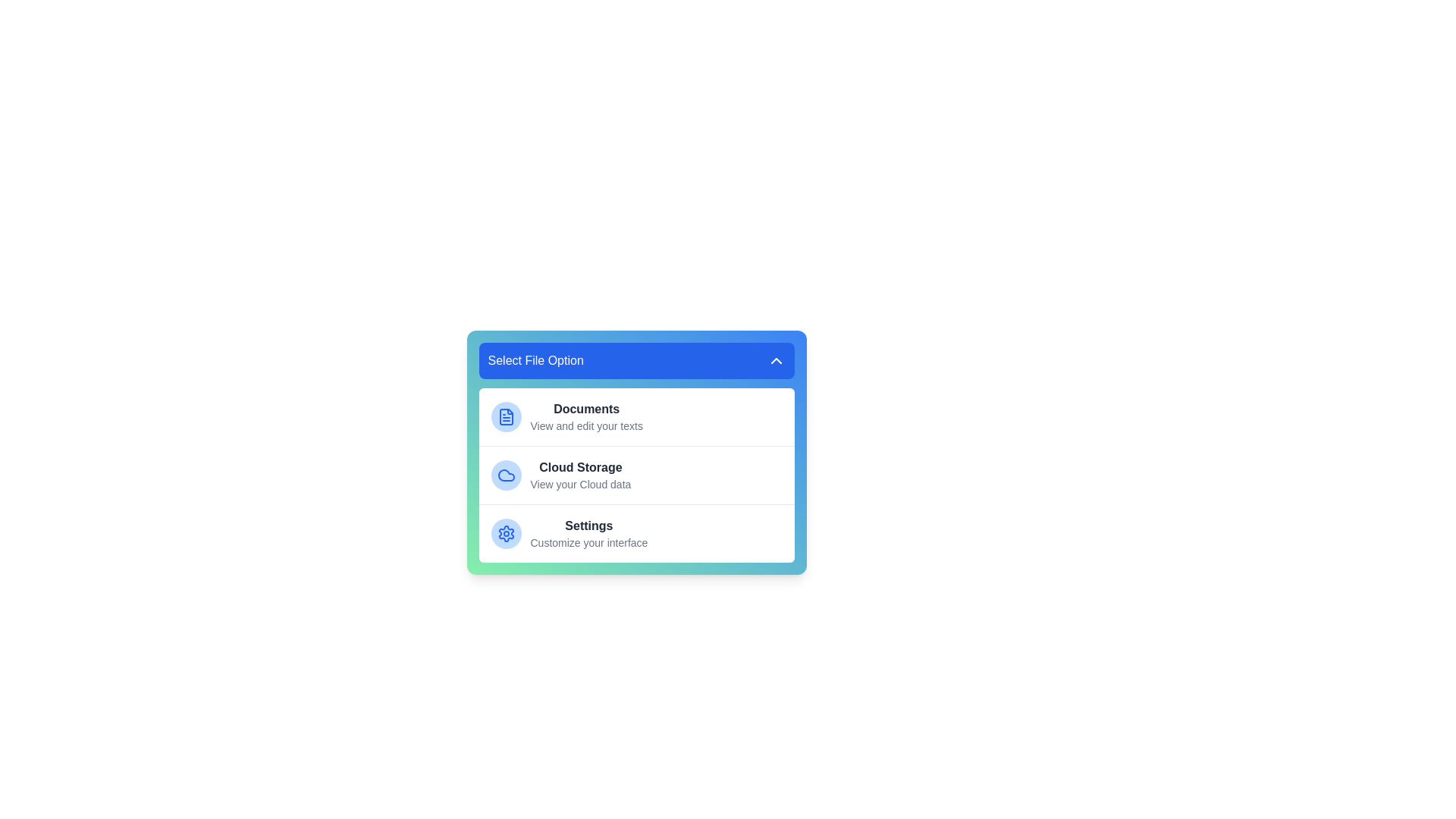 This screenshot has width=1456, height=819. What do you see at coordinates (506, 533) in the screenshot?
I see `the 'Settings' icon located at the leftmost part of the third row in the dropdown menu` at bounding box center [506, 533].